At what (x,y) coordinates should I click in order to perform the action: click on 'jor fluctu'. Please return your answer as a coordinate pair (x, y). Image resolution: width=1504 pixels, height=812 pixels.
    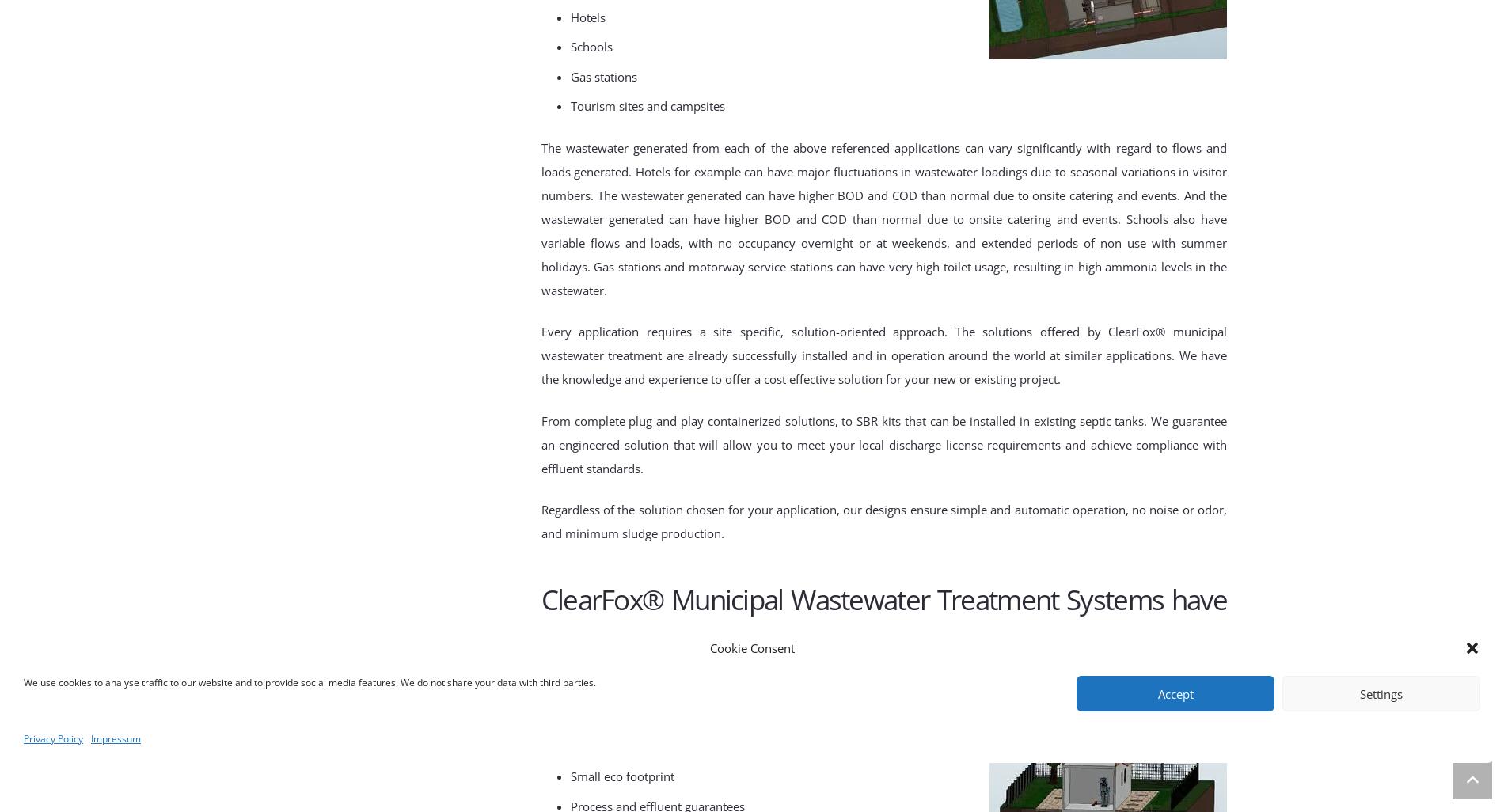
    Looking at the image, I should click on (814, 170).